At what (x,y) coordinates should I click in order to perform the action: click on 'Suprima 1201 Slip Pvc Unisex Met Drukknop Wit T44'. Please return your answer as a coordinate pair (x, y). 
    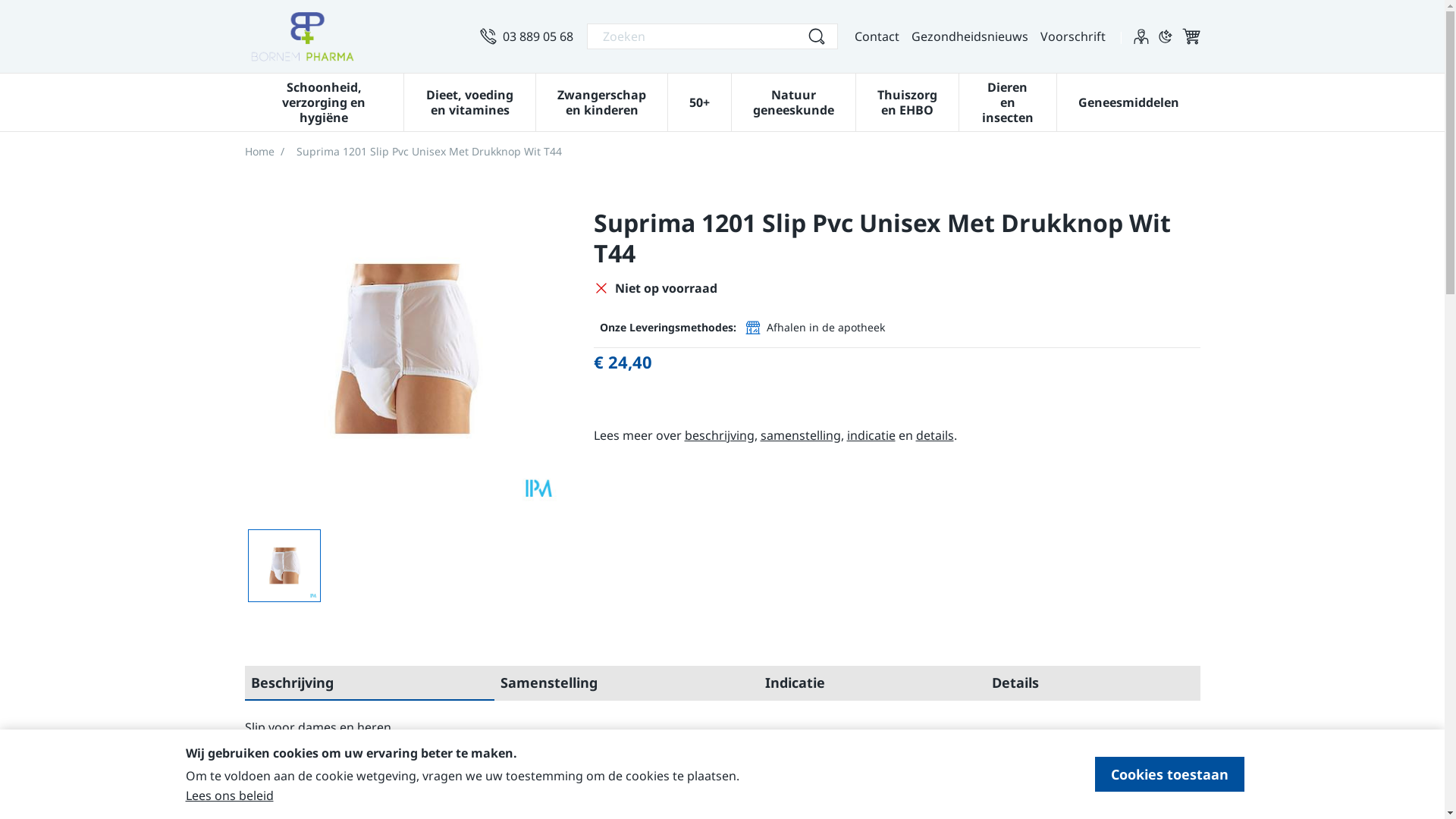
    Looking at the image, I should click on (284, 565).